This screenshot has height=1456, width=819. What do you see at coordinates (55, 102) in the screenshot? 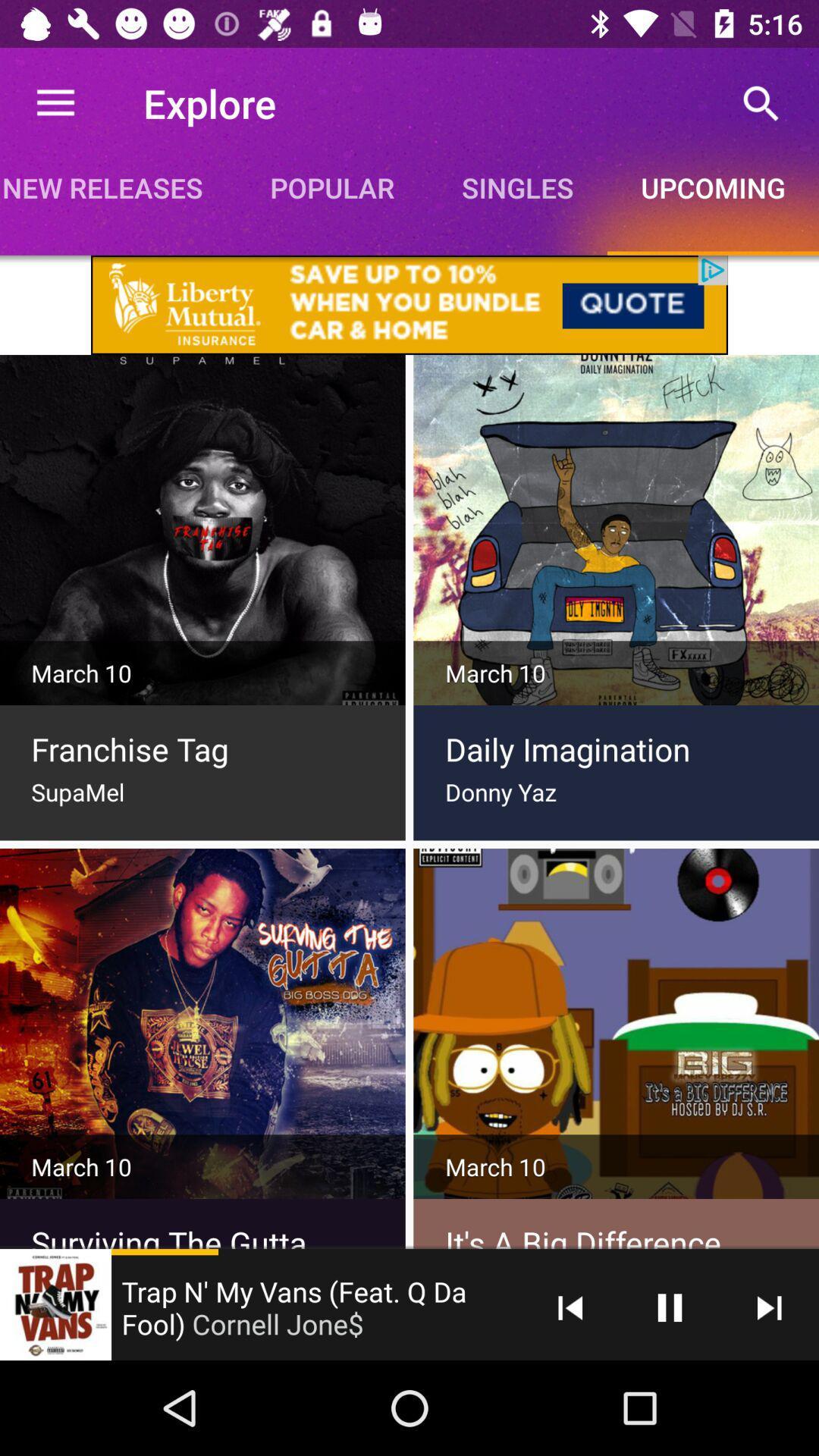
I see `icon next to the explore item` at bounding box center [55, 102].